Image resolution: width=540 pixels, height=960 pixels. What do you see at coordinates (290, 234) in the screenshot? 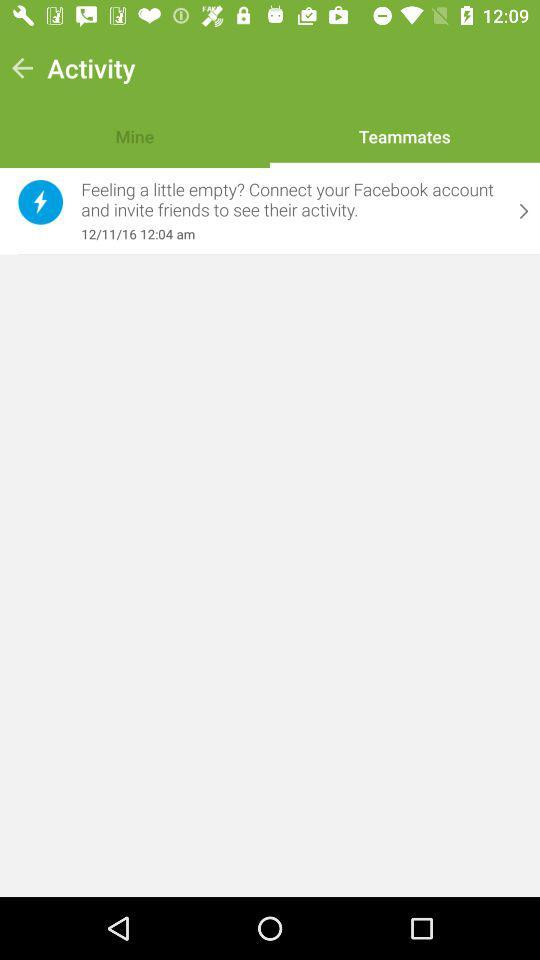
I see `item below the feeling a little item` at bounding box center [290, 234].